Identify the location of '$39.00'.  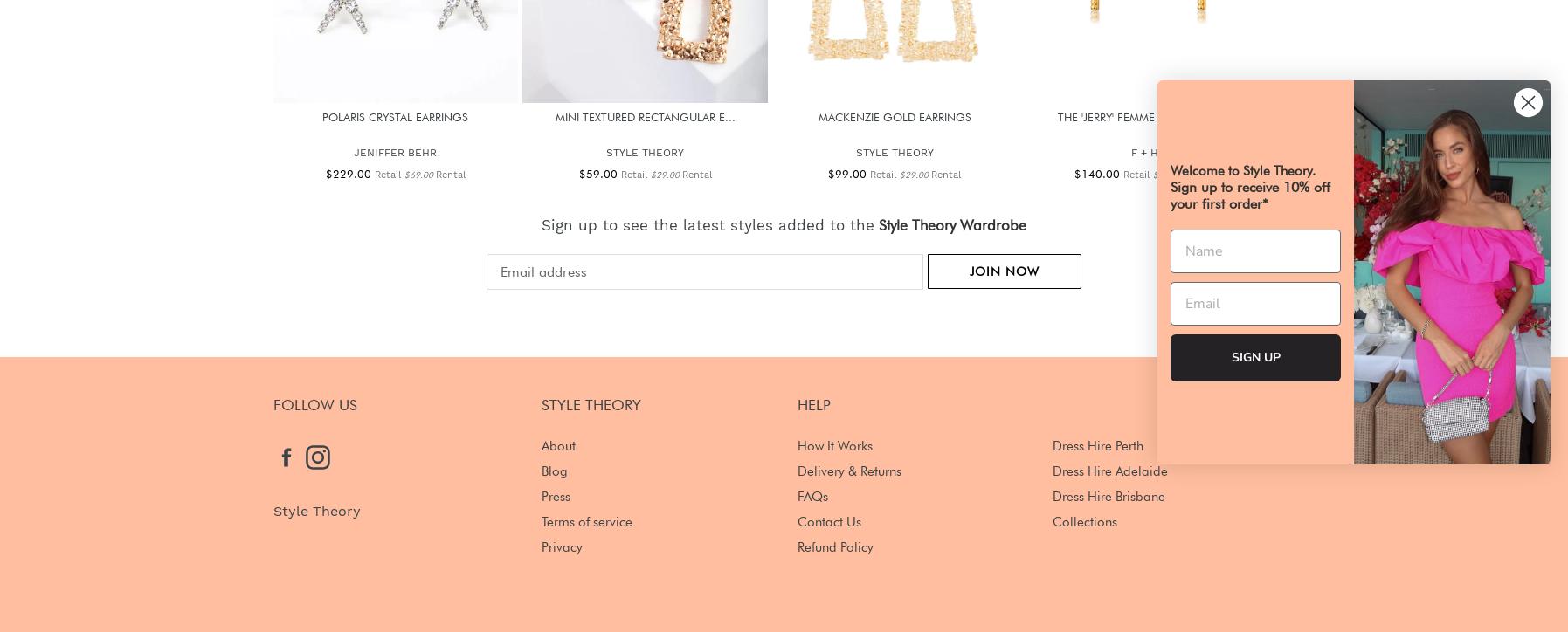
(1167, 174).